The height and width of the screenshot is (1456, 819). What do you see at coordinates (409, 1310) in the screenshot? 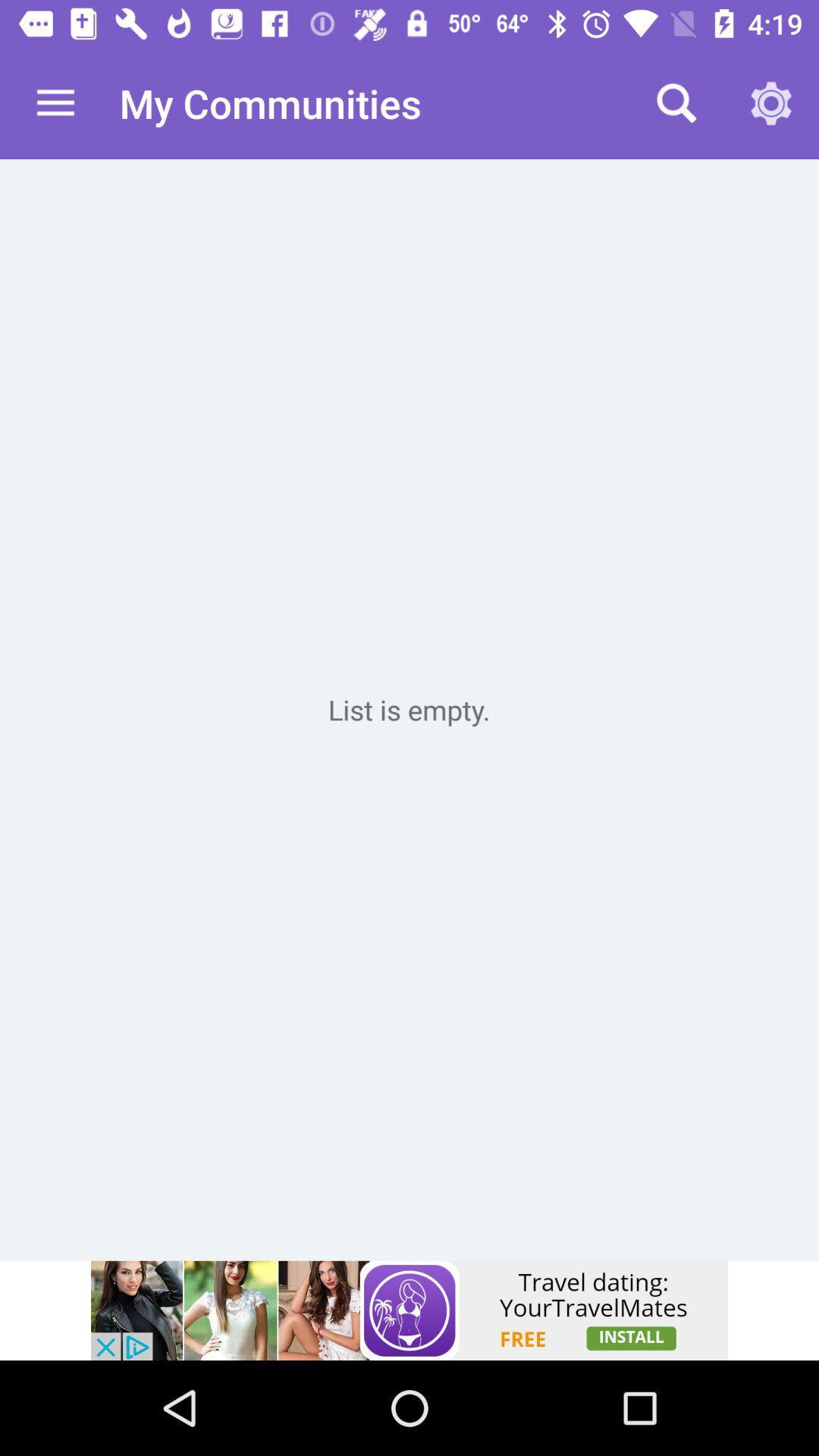
I see `opens the advertisement` at bounding box center [409, 1310].